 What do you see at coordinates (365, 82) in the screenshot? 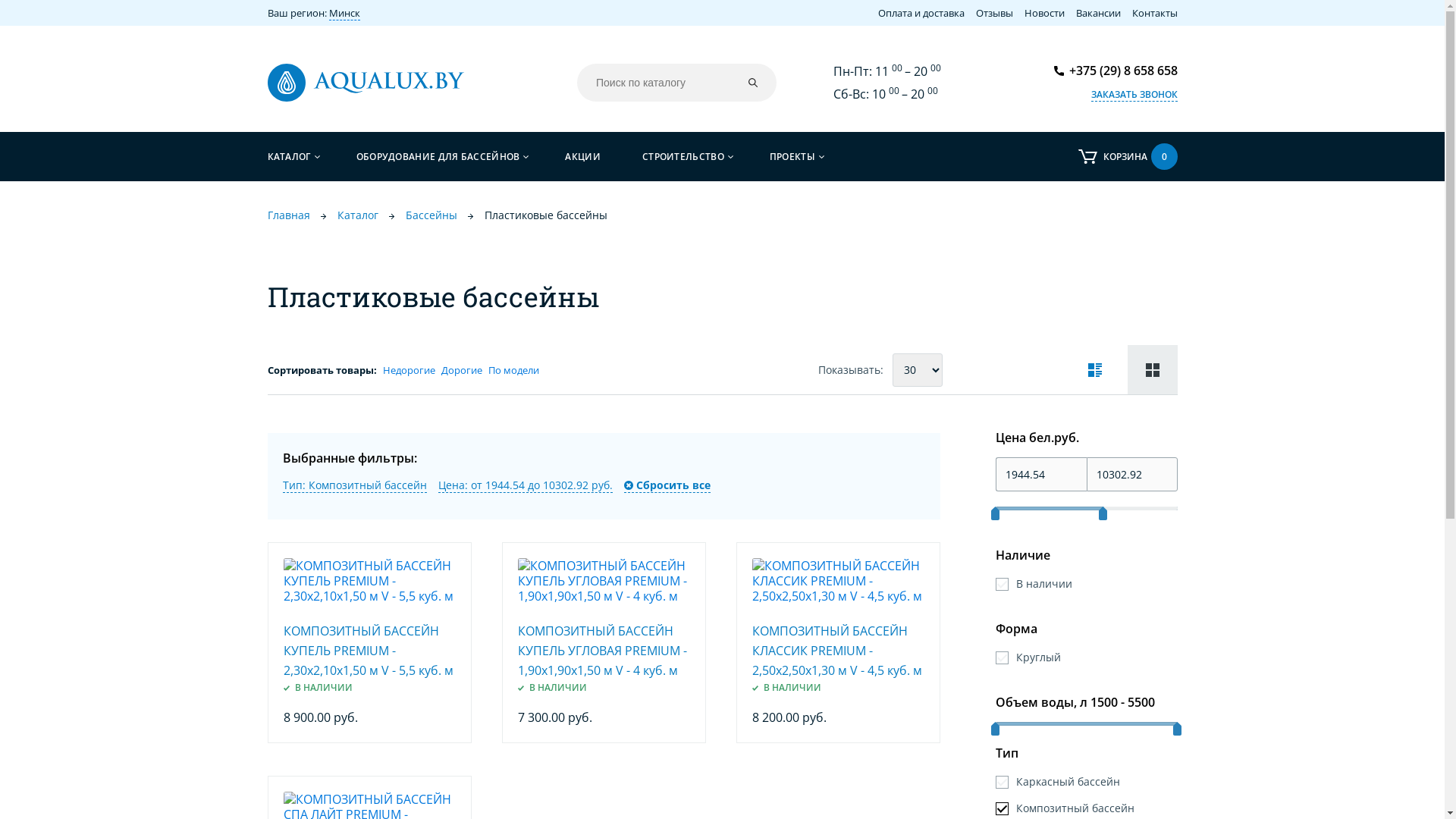
I see `'aqualux.by'` at bounding box center [365, 82].